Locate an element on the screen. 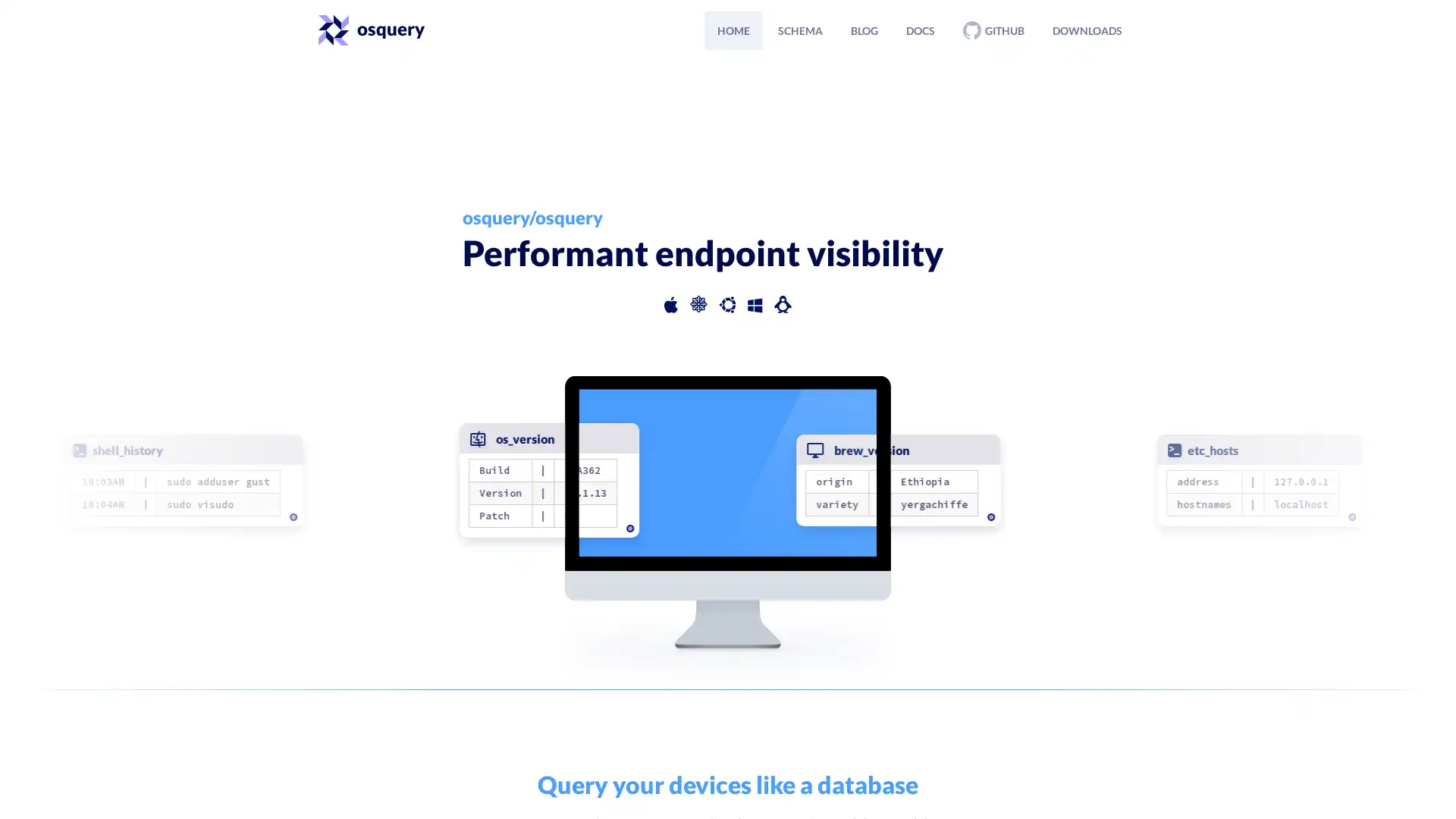 This screenshot has width=1456, height=819. github-mark GITHUB is located at coordinates (993, 30).